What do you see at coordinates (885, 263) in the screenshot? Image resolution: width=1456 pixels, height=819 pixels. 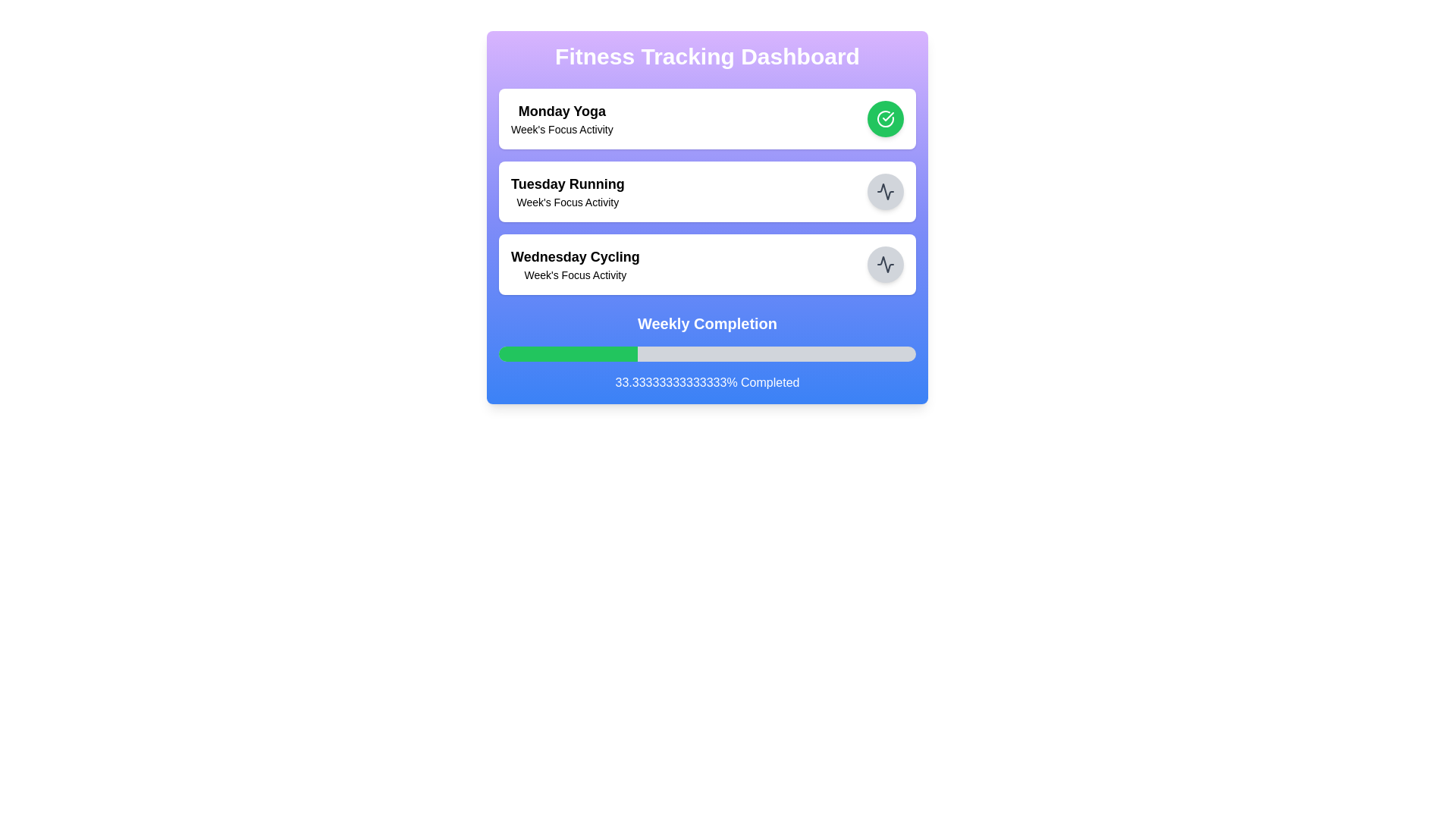 I see `the heartbeat wave icon with a thick gray outline inside the circular button located to the right of the 'Tuesday Running' section in the dashboard` at bounding box center [885, 263].